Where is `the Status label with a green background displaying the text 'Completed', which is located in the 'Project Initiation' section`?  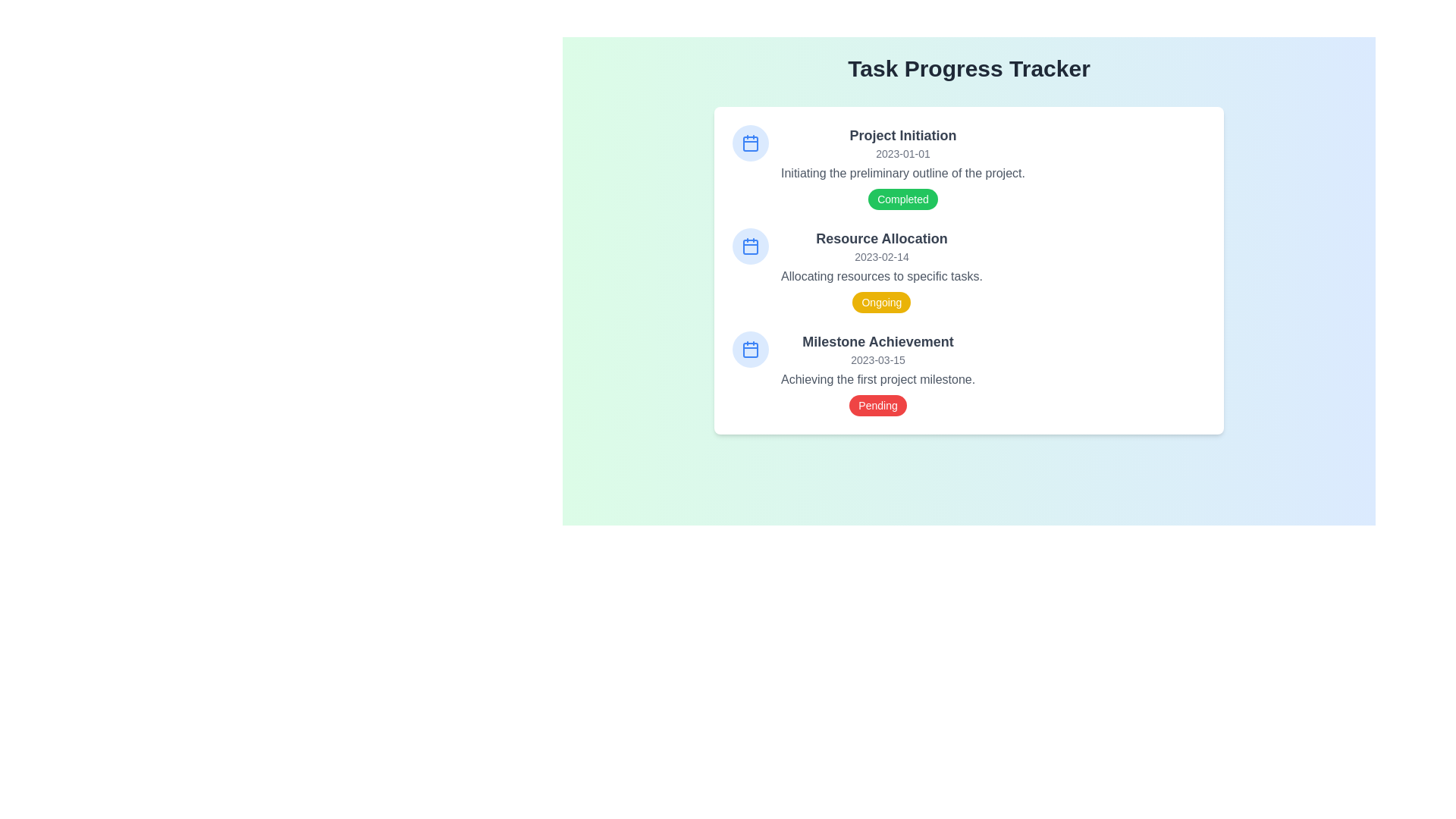 the Status label with a green background displaying the text 'Completed', which is located in the 'Project Initiation' section is located at coordinates (902, 198).